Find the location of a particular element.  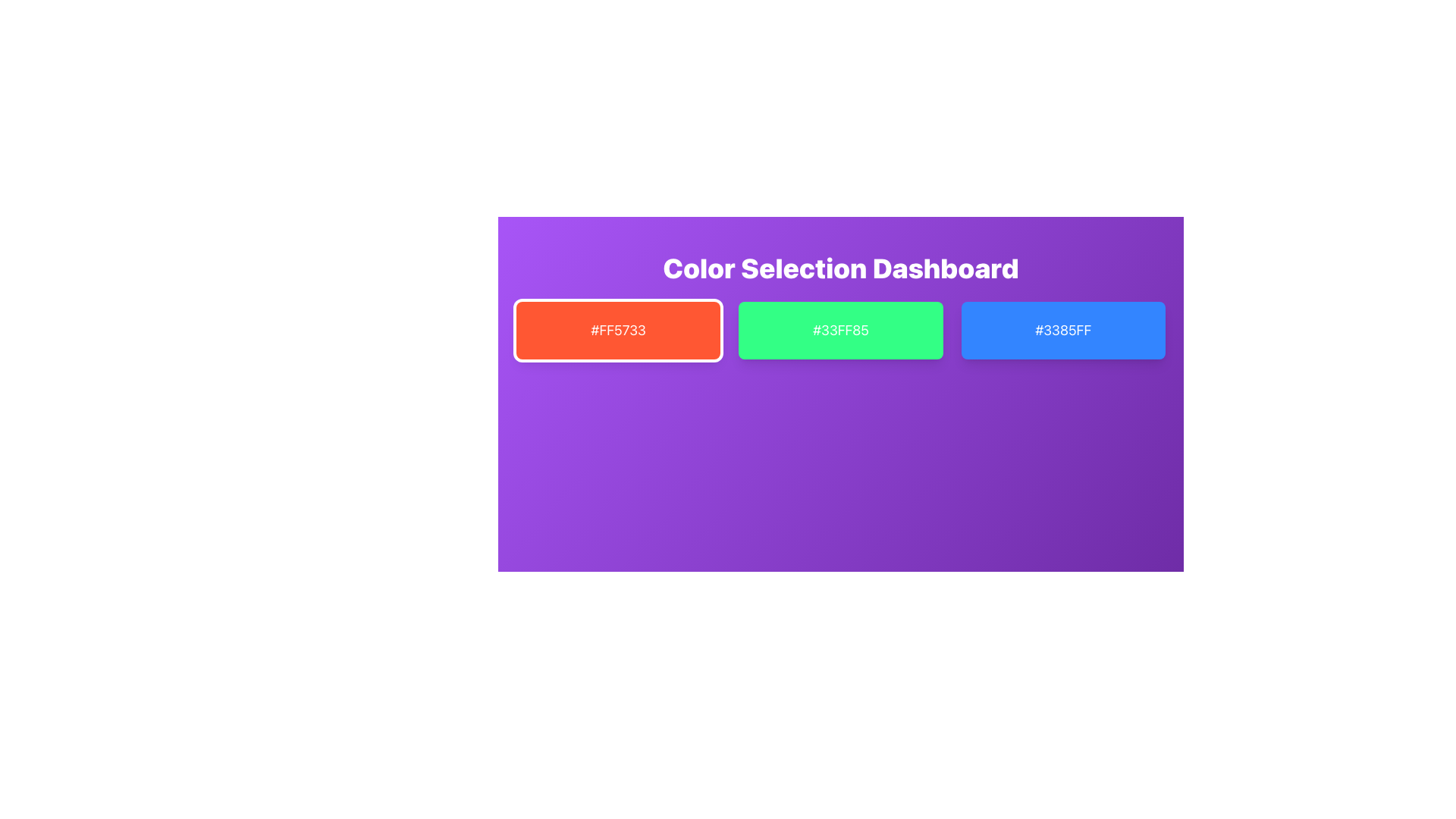

the color selection button for the color '#3385FF', which is the third rectangular button in a row of three buttons is located at coordinates (1062, 329).